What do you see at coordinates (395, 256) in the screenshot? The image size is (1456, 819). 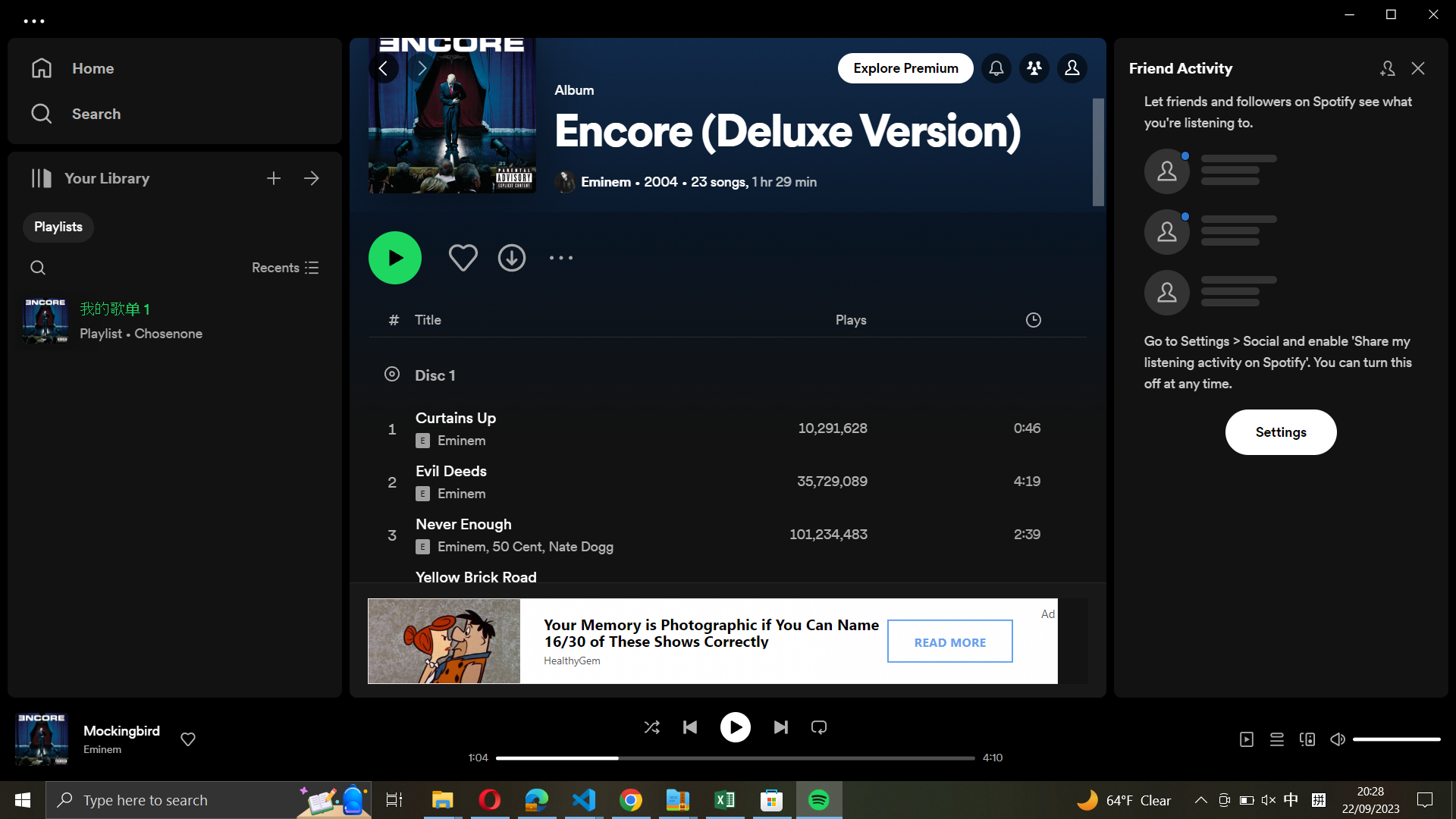 I see `Activate the playlist` at bounding box center [395, 256].